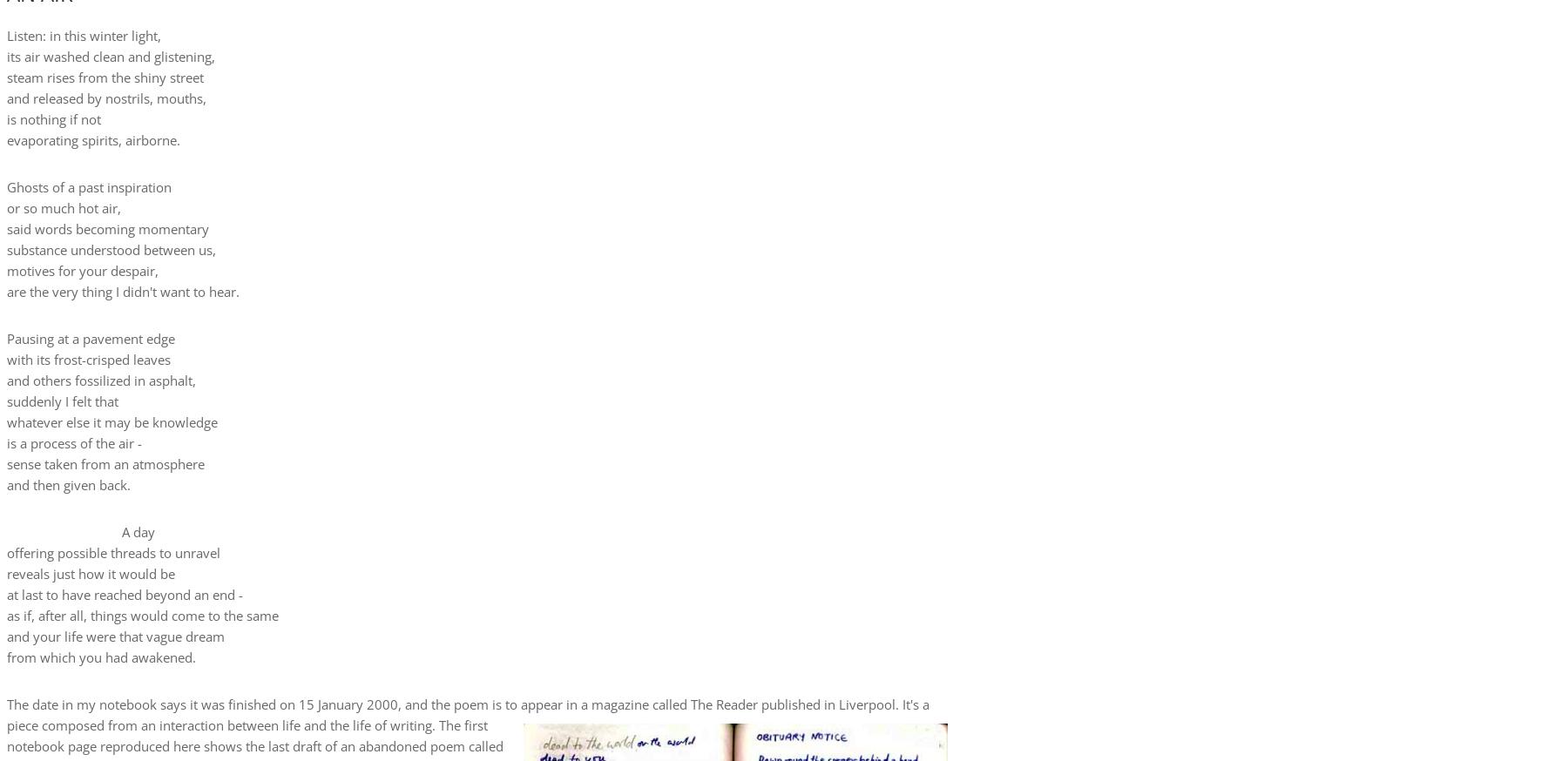 This screenshot has height=761, width=1568. I want to click on 'Listen: in this winter light,', so click(83, 34).